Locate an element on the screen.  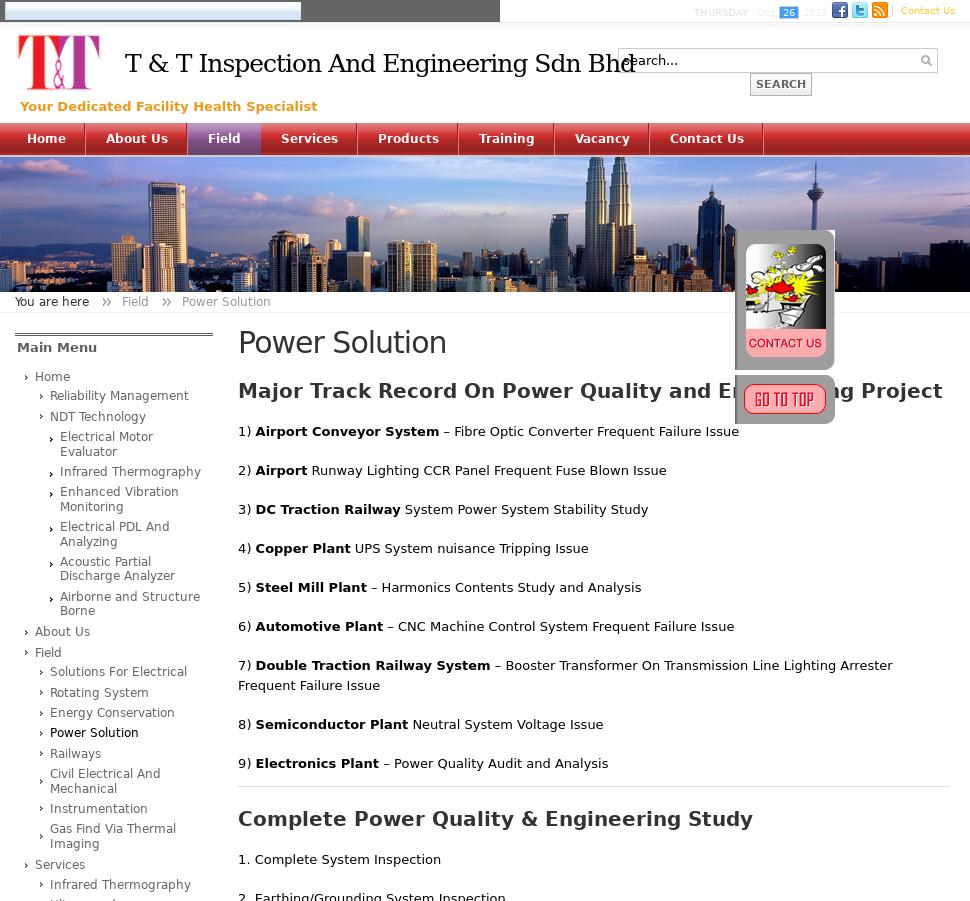
'Semiconductor Plant' is located at coordinates (331, 722).